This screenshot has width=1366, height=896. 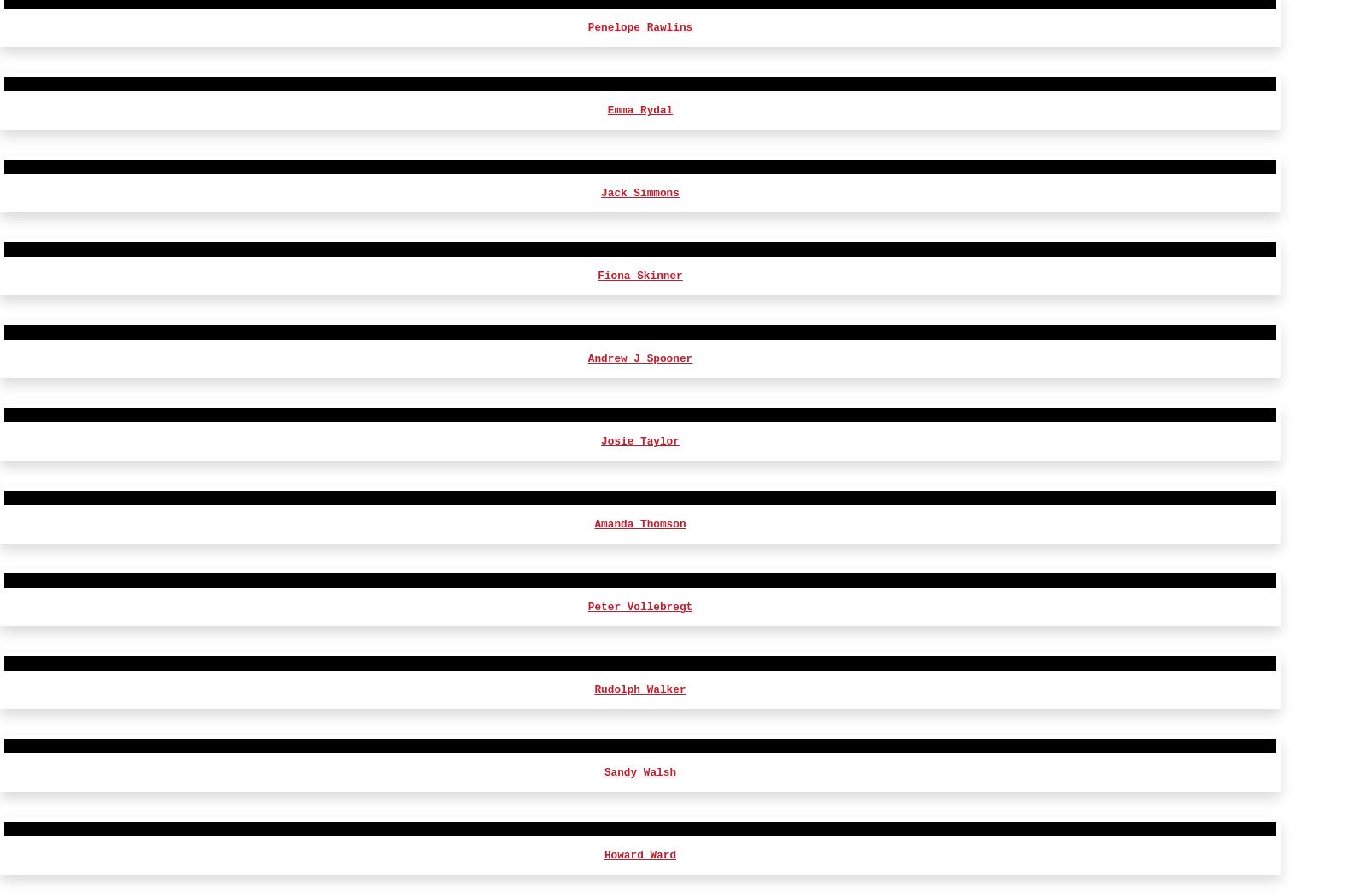 I want to click on 'David Pullan', so click(x=601, y=806).